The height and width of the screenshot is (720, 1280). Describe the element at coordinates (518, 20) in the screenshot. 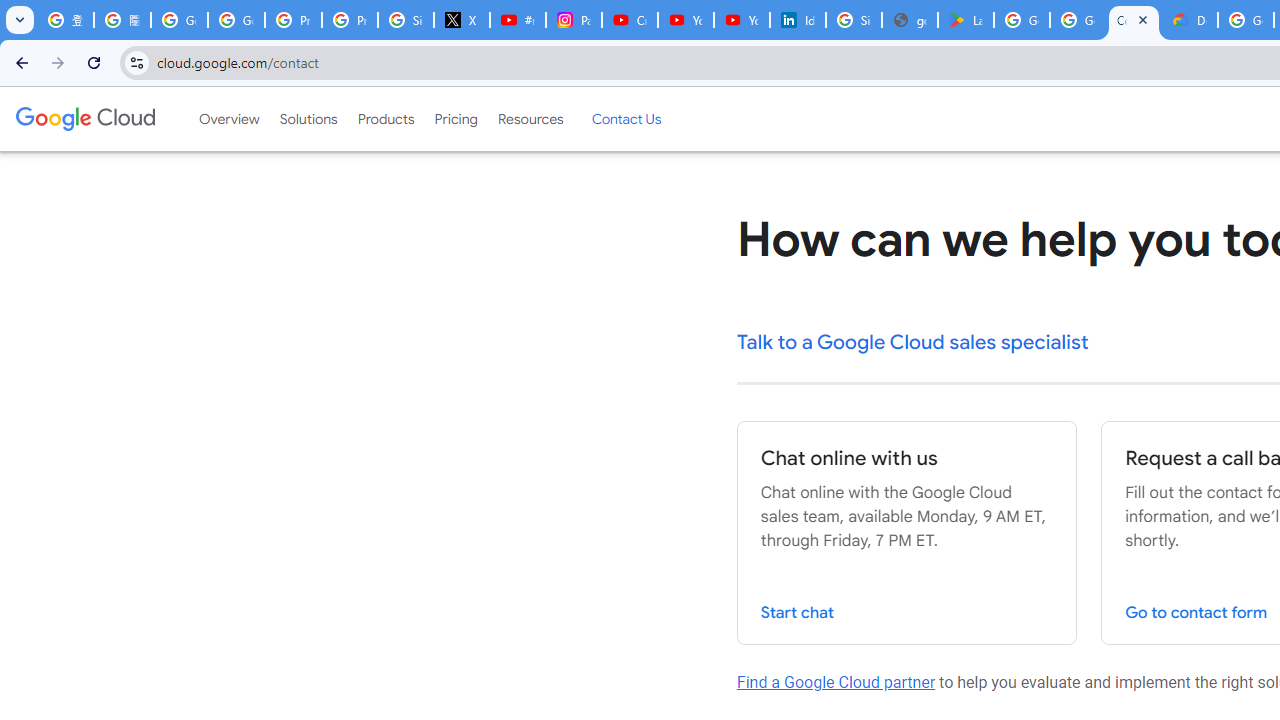

I see `'#nbabasketballhighlights - YouTube'` at that location.